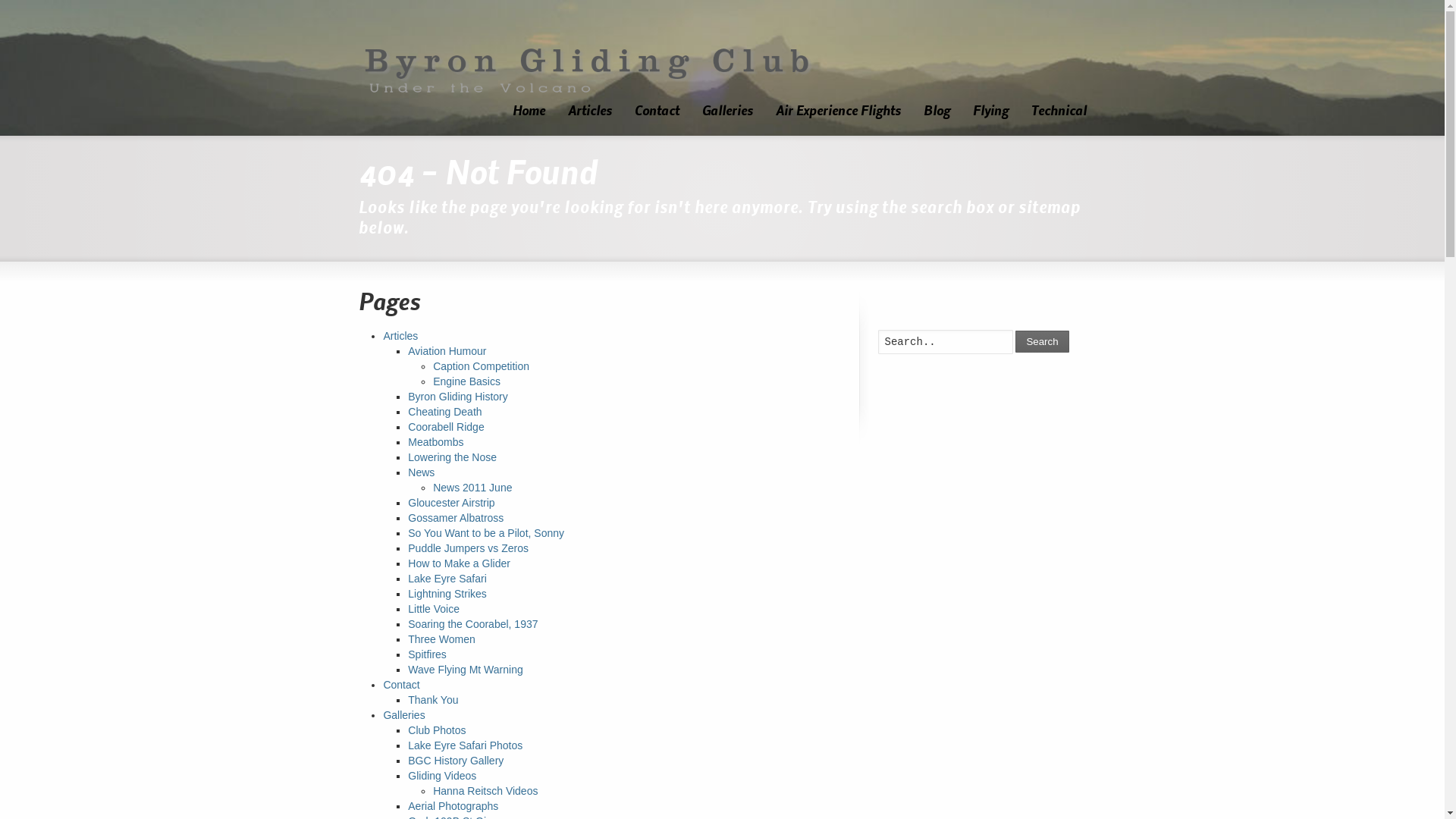 This screenshot has width=1456, height=819. What do you see at coordinates (446, 350) in the screenshot?
I see `'Aviation Humour'` at bounding box center [446, 350].